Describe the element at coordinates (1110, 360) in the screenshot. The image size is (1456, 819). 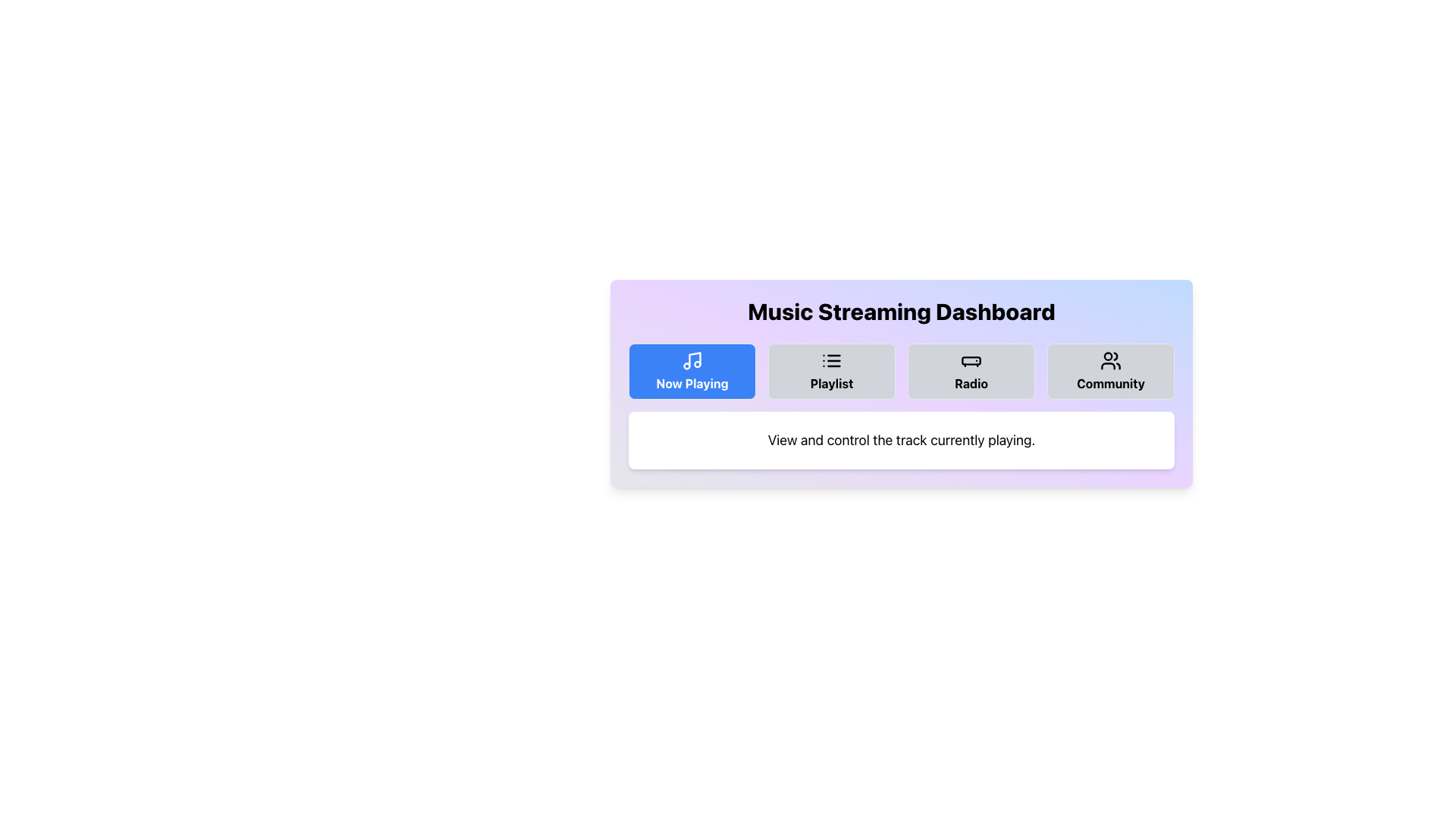
I see `the SVG icon depicting two stylized user figures within the 'Community' button for additional options related` at that location.